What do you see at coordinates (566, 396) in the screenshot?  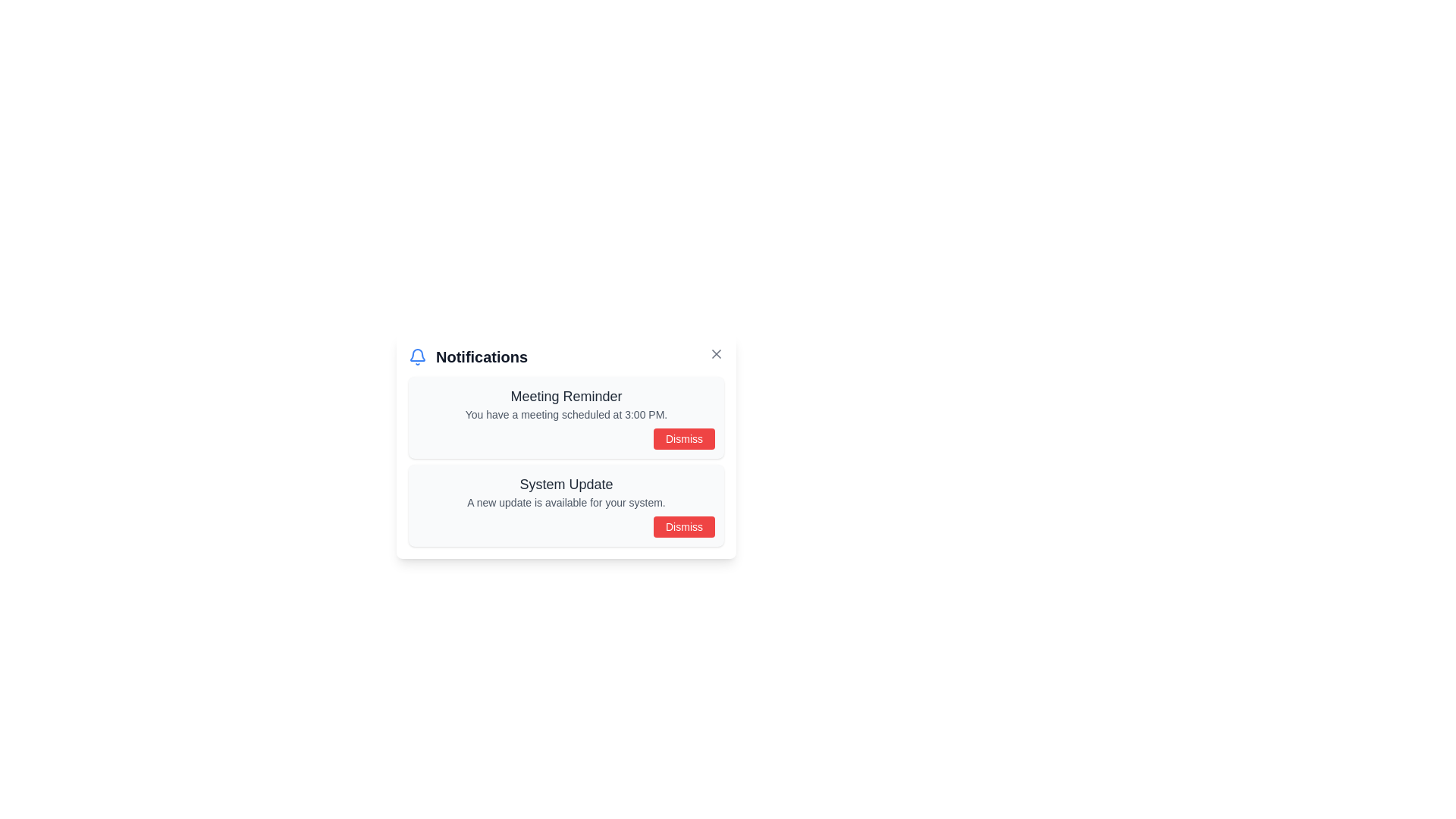 I see `the 'Meeting Reminder' text label, which is a bold, dark gray heading prominently displayed at the top of the notification box` at bounding box center [566, 396].